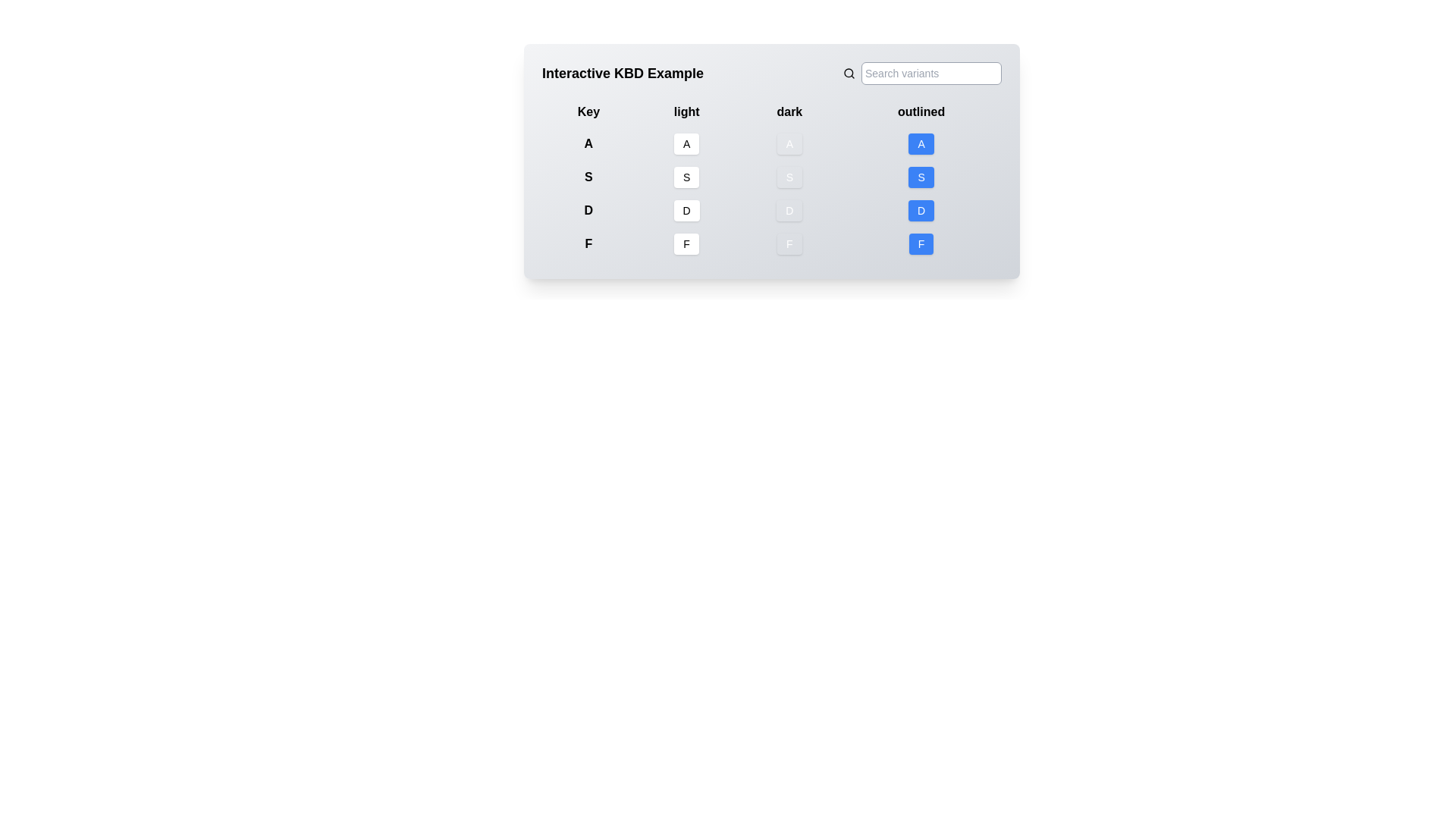  I want to click on the button labeled 'S' in the second row under the 'dark' column of the table with rounded shape and gray background, so click(771, 177).